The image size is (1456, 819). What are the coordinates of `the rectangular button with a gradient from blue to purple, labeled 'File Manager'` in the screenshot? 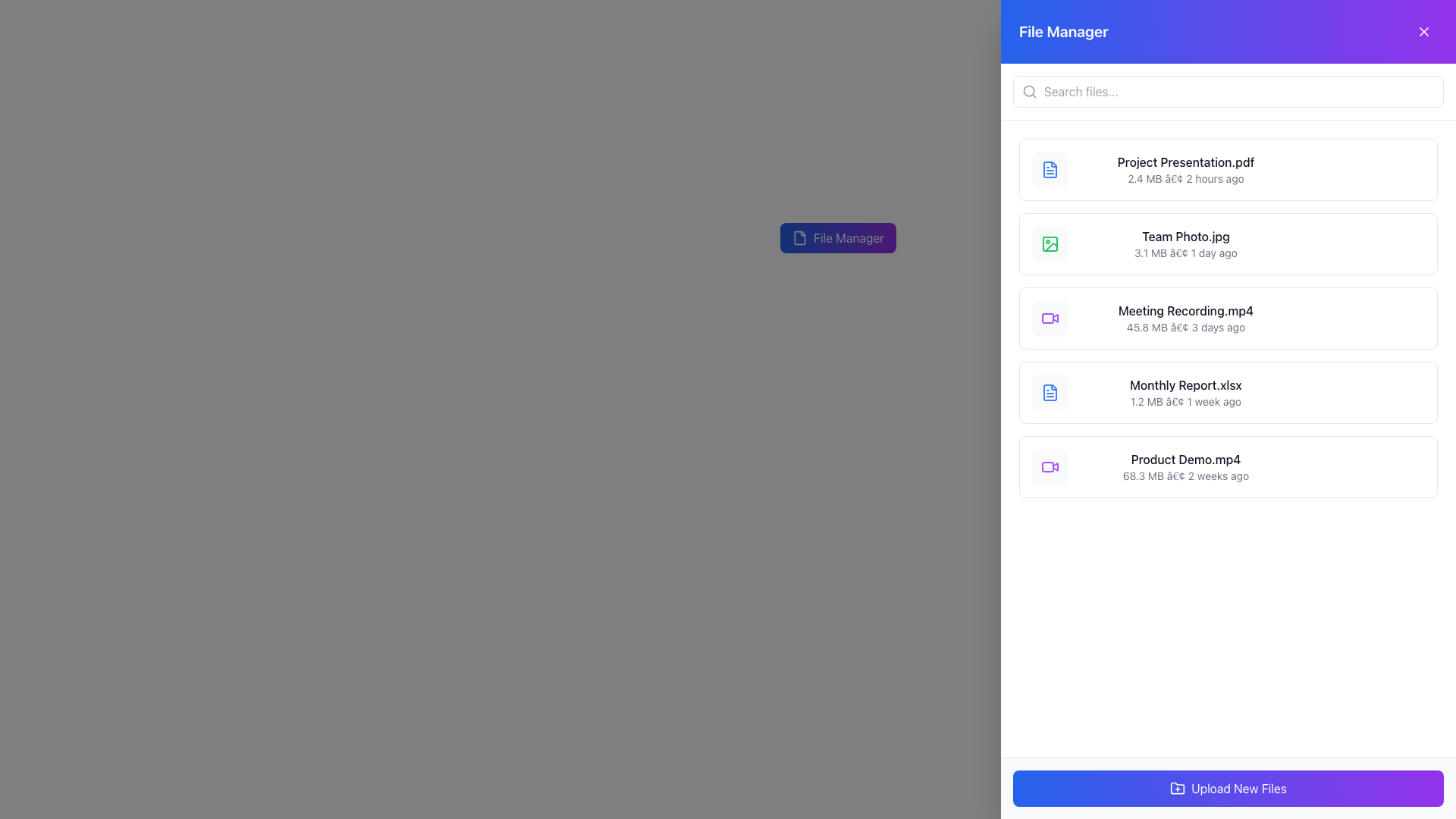 It's located at (837, 237).